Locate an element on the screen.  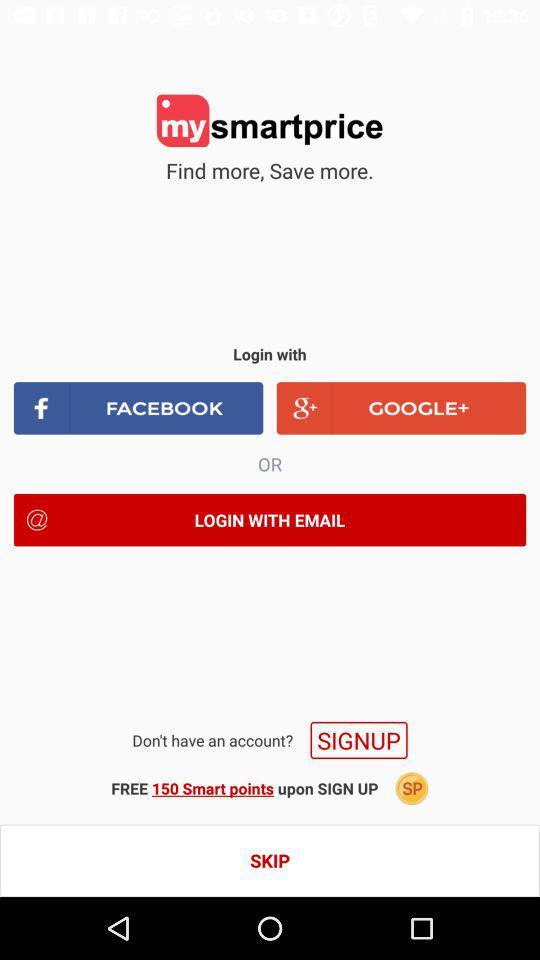
item to the right of don t have is located at coordinates (358, 739).